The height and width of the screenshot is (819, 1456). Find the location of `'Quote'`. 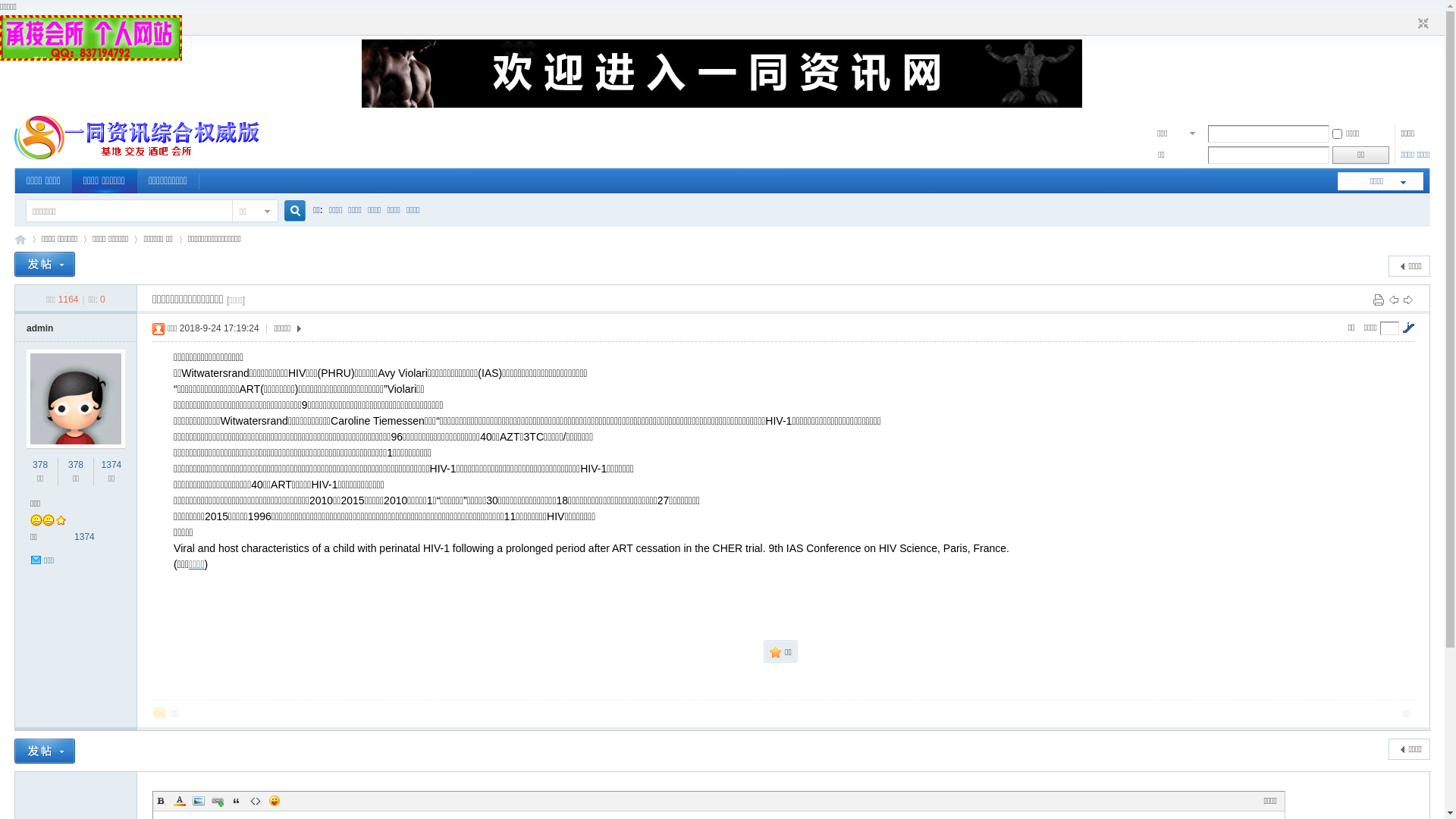

'Quote' is located at coordinates (236, 800).